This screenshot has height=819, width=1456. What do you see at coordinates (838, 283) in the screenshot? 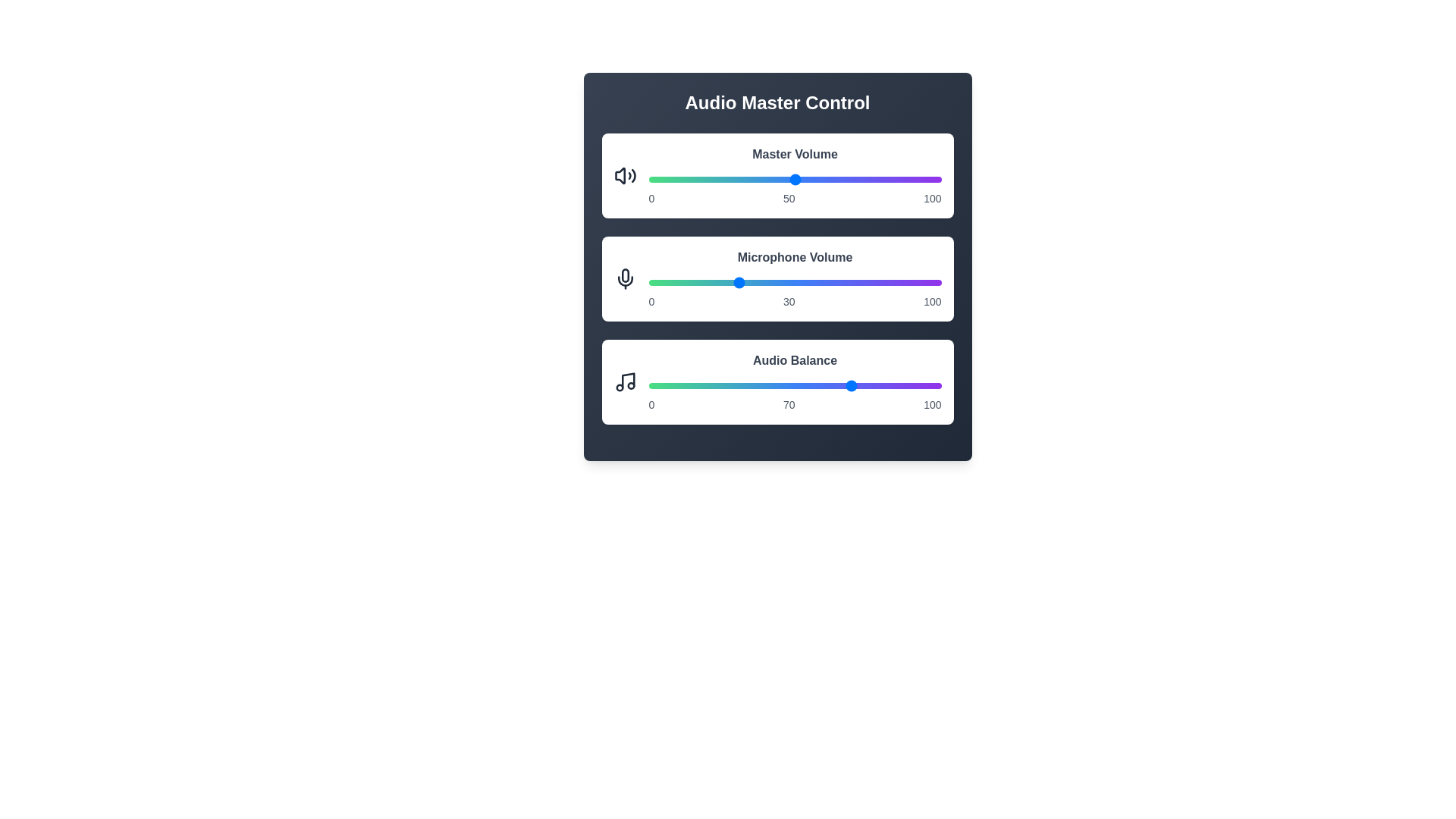
I see `the microphone volume slider to 65%` at bounding box center [838, 283].